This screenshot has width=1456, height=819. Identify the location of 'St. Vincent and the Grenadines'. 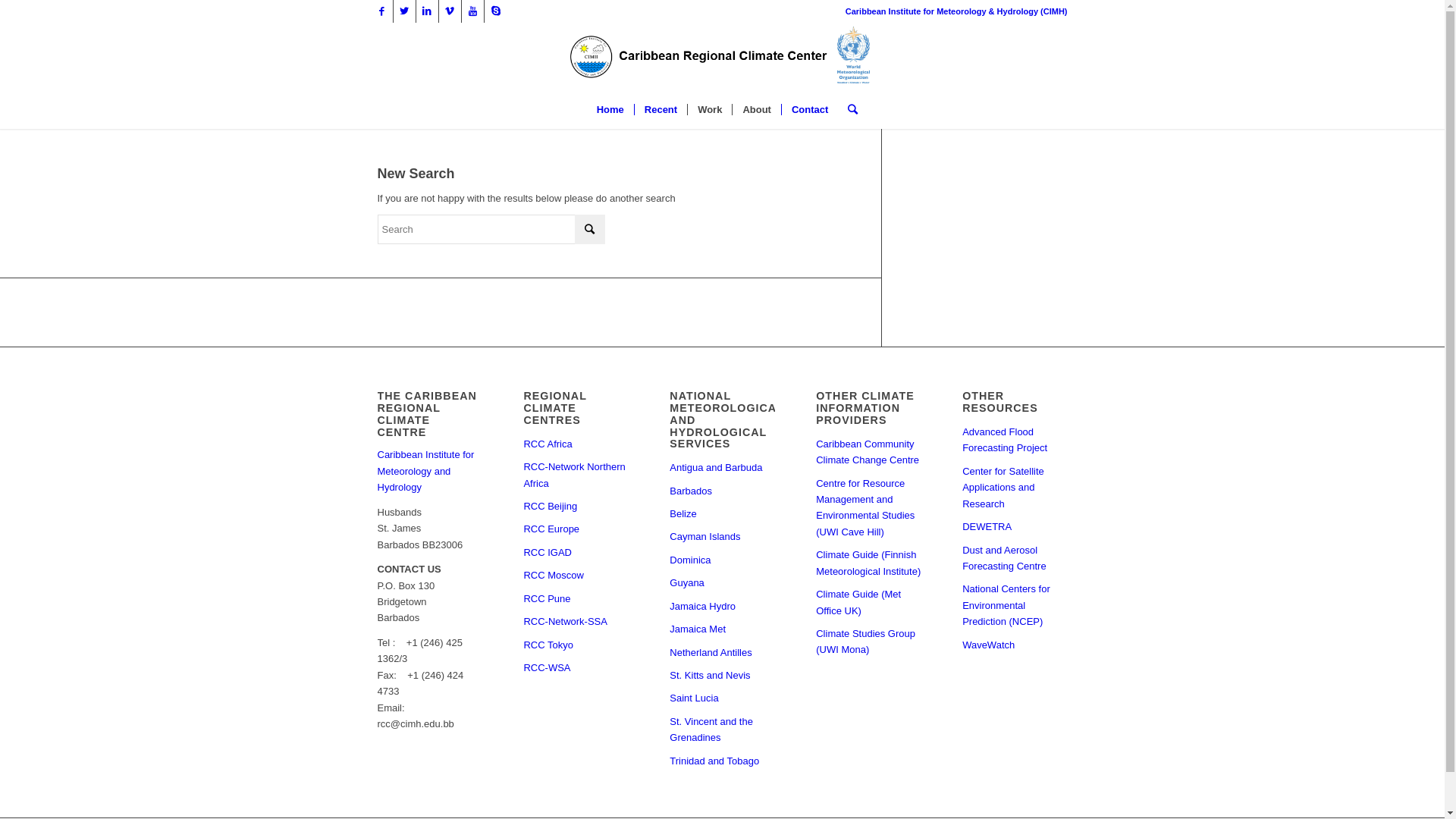
(720, 730).